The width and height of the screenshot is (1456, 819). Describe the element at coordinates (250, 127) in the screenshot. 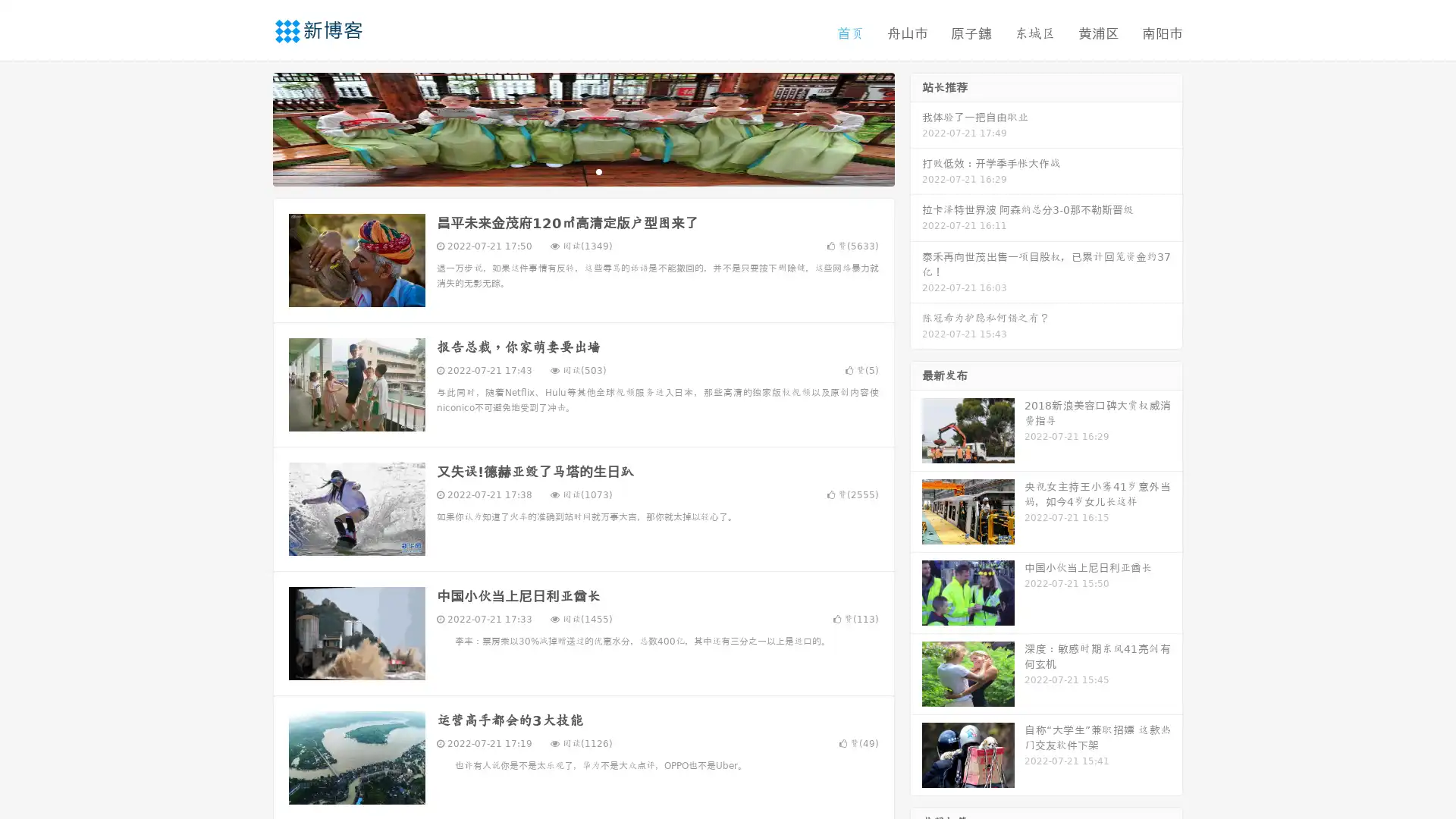

I see `Previous slide` at that location.